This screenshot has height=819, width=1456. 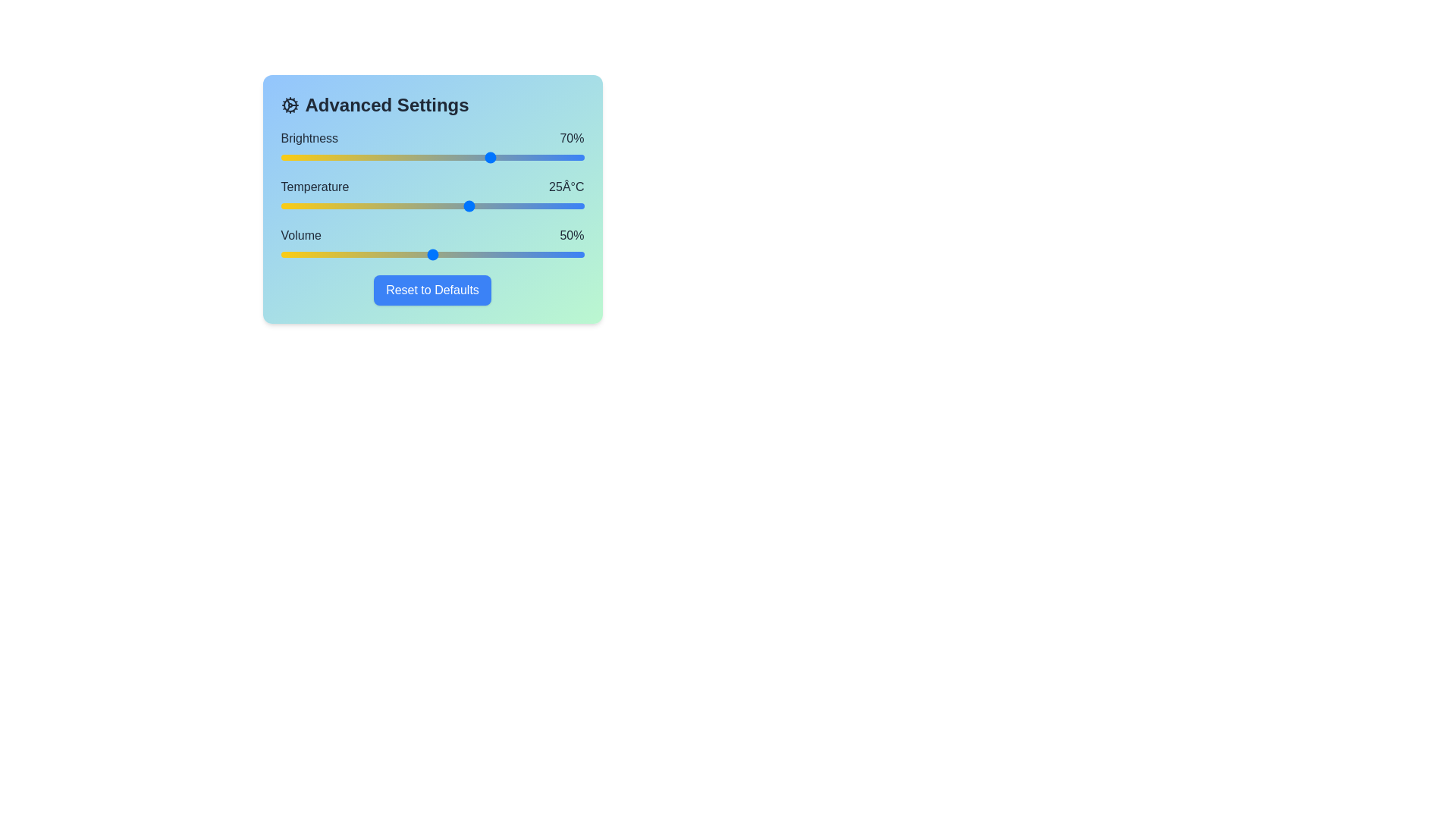 I want to click on the volume slider to 22%, so click(x=347, y=253).